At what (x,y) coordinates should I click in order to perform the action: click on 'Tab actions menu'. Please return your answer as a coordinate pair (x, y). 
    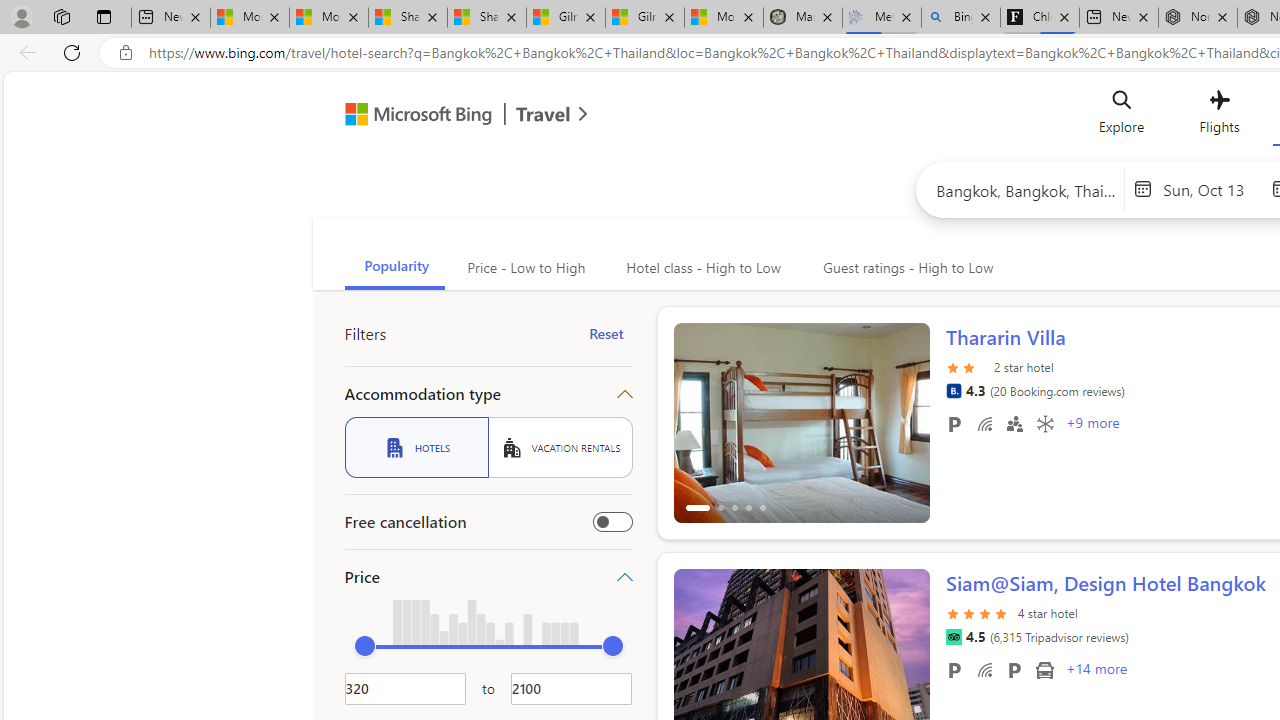
    Looking at the image, I should click on (103, 16).